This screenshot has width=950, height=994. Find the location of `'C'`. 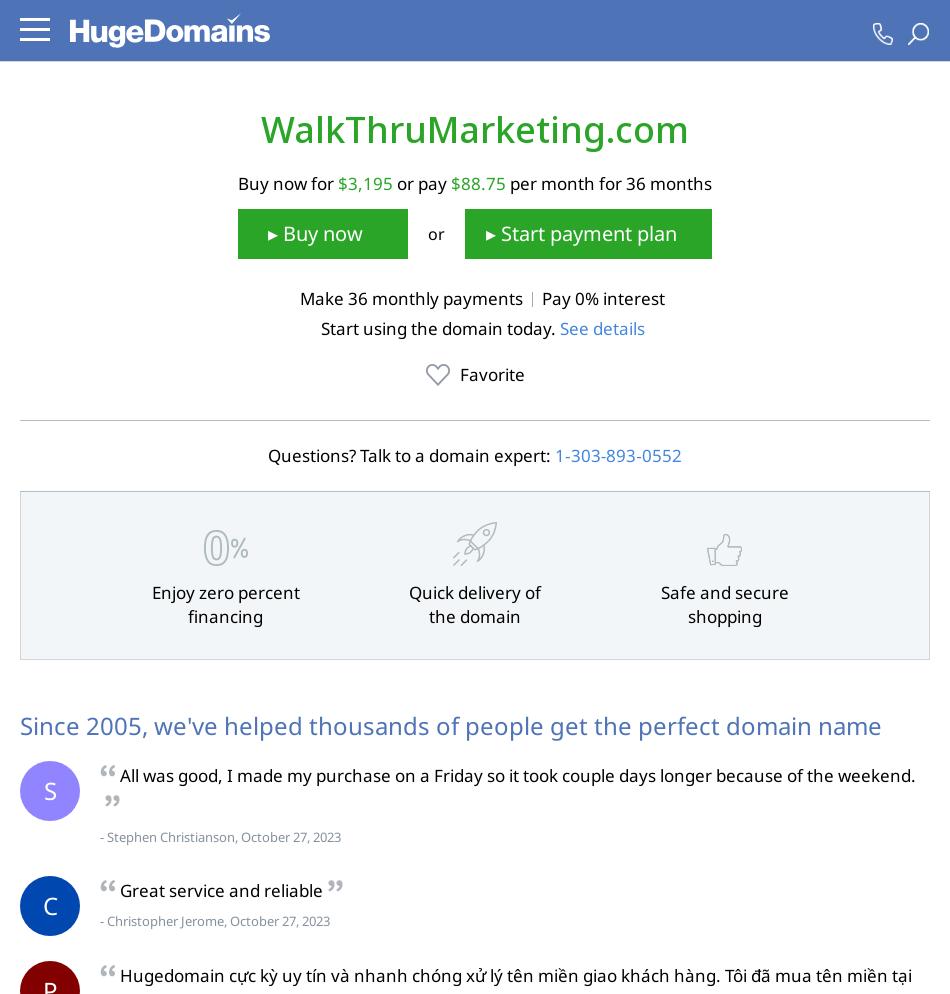

'C' is located at coordinates (49, 903).